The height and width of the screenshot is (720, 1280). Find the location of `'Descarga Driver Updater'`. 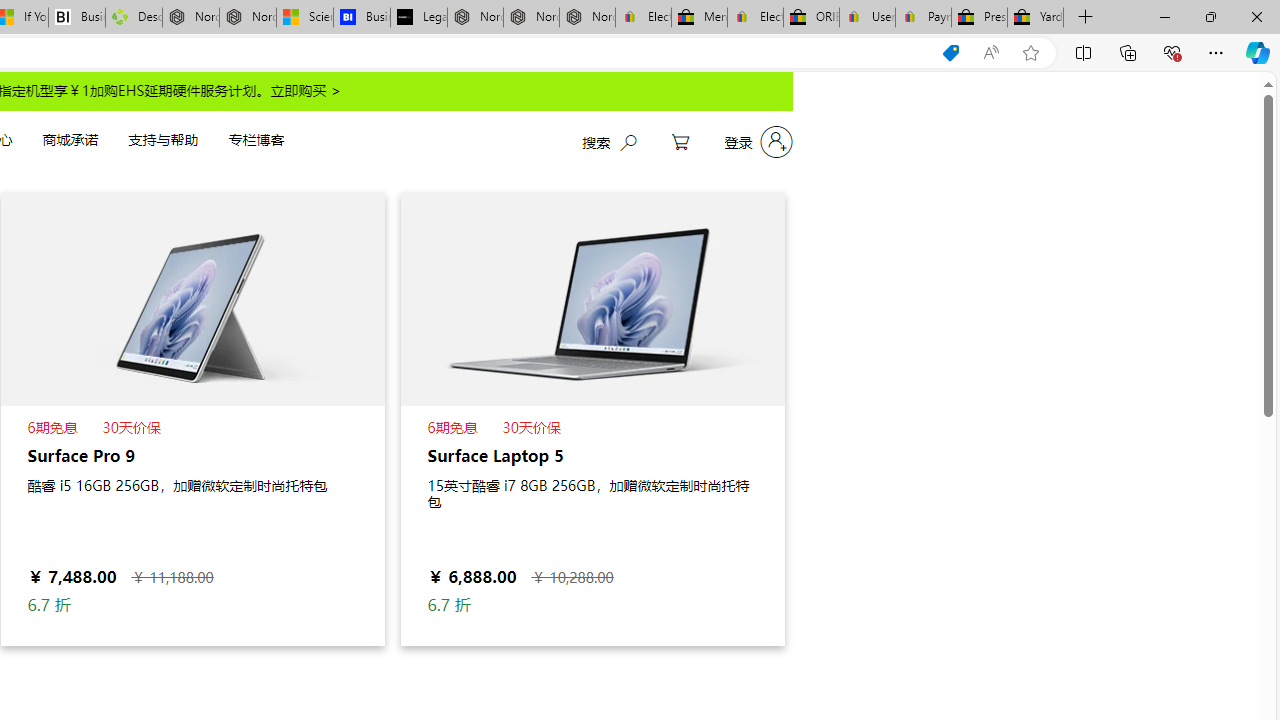

'Descarga Driver Updater' is located at coordinates (133, 17).